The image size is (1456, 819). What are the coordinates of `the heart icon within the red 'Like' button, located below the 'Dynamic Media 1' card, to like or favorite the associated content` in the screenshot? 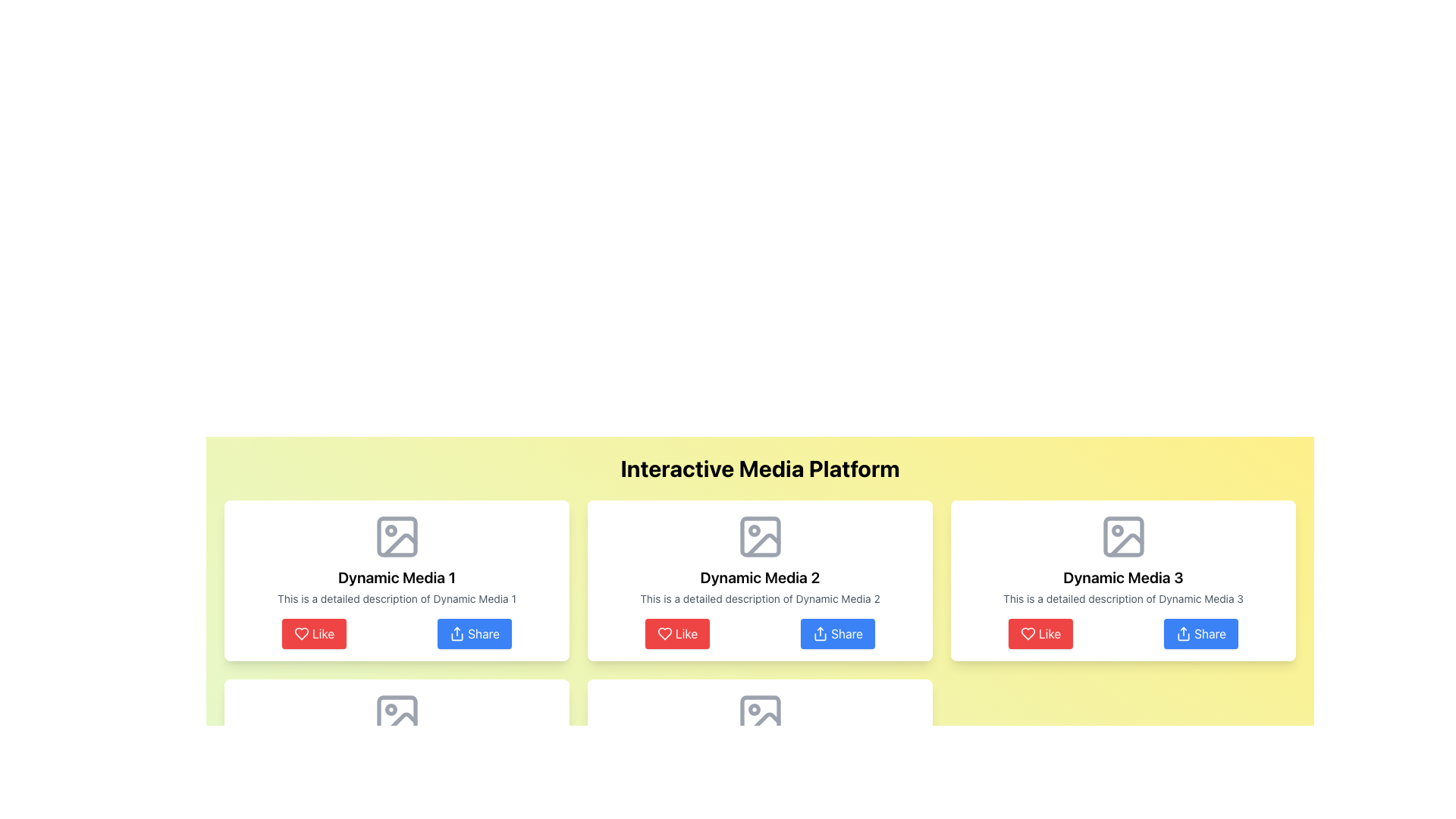 It's located at (302, 634).